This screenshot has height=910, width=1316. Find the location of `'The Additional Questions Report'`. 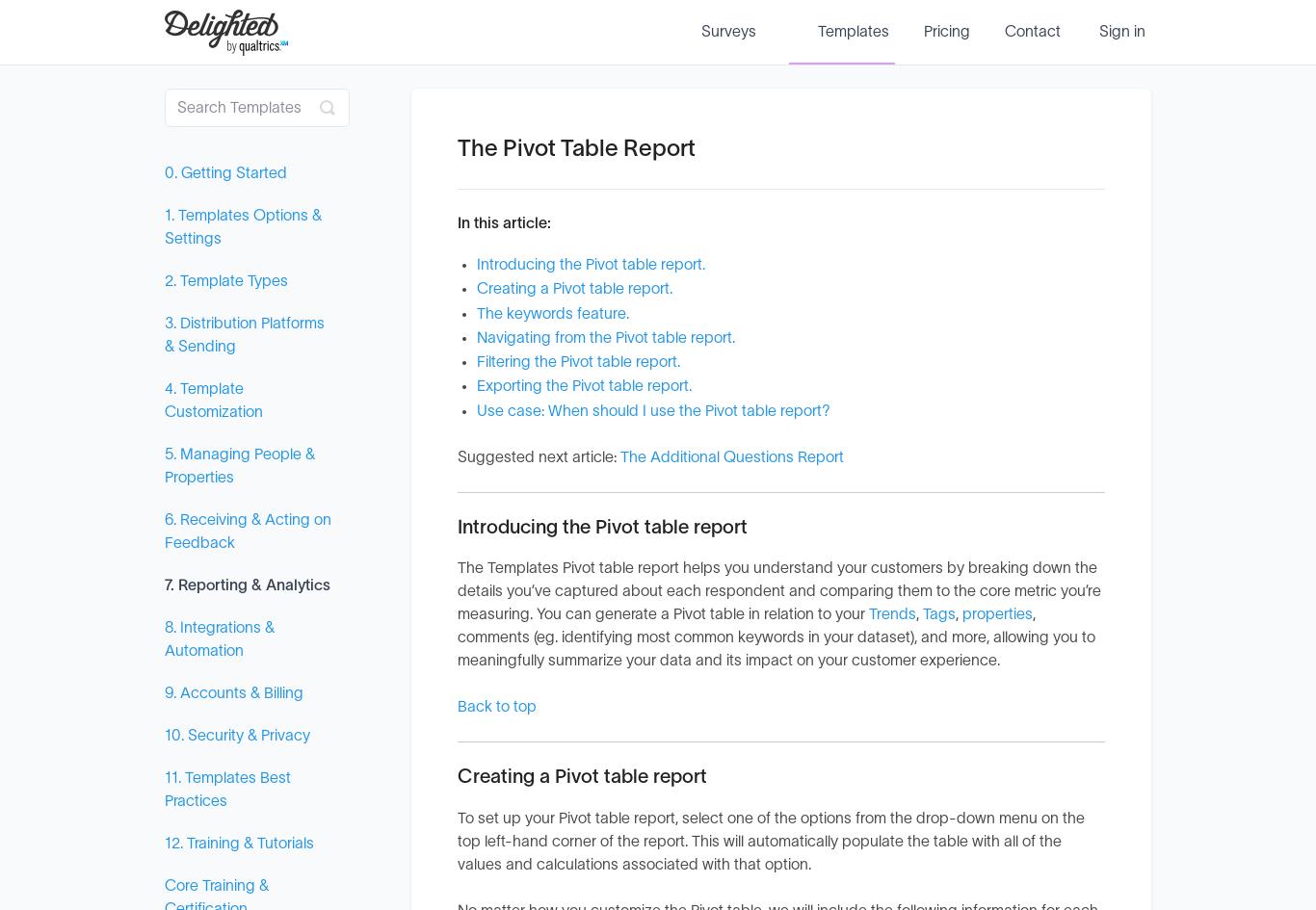

'The Additional Questions Report' is located at coordinates (619, 455).